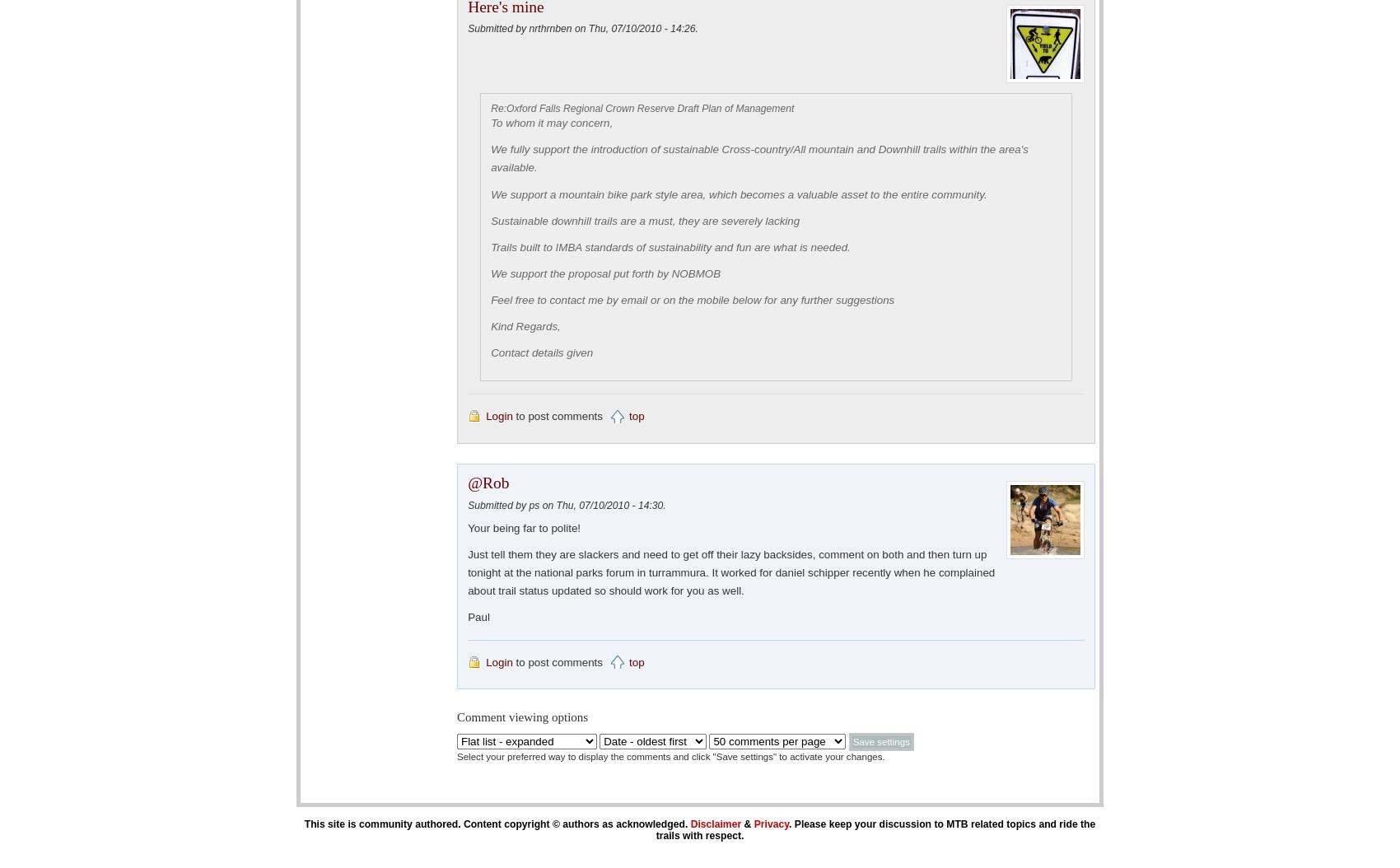  Describe the element at coordinates (670, 755) in the screenshot. I see `'Select your preferred way to display the comments and click "Save settings" to activate your changes.'` at that location.